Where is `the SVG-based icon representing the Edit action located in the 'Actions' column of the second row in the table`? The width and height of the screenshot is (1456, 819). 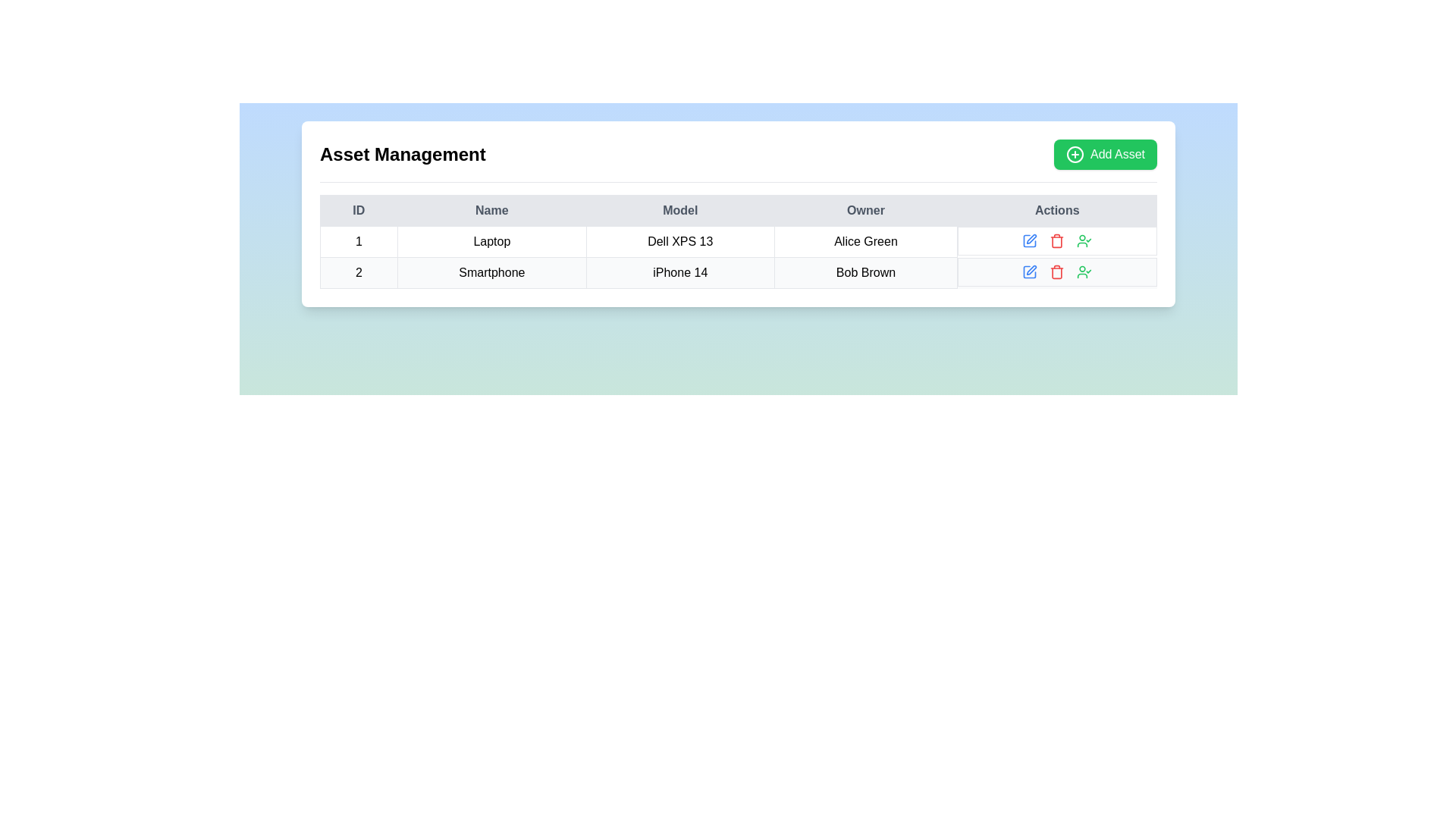
the SVG-based icon representing the Edit action located in the 'Actions' column of the second row in the table is located at coordinates (1030, 271).